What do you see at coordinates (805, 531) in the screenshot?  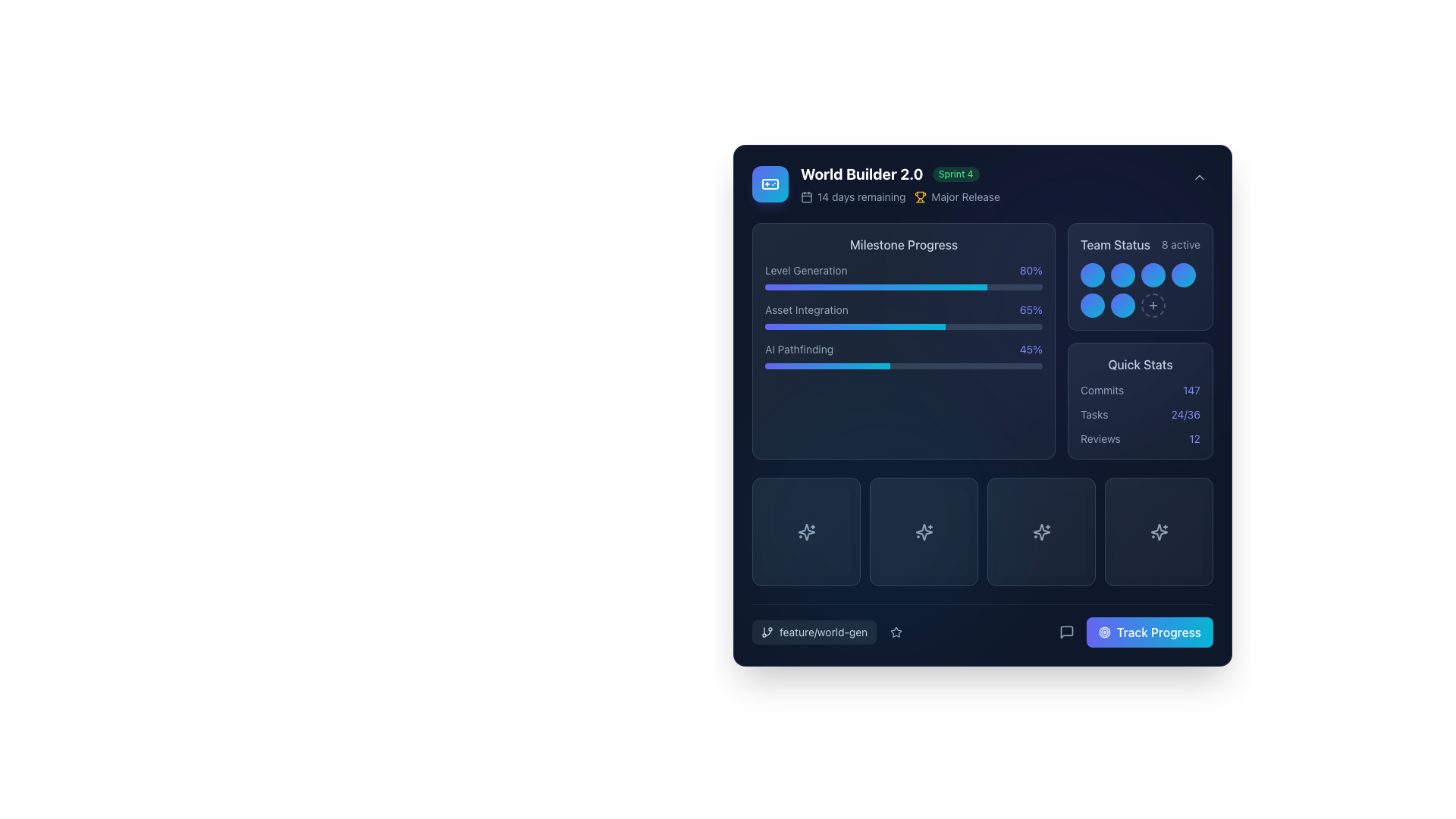 I see `the sparkle icon located centrally in the third pane from the left under the 'Milestone Progress' section` at bounding box center [805, 531].